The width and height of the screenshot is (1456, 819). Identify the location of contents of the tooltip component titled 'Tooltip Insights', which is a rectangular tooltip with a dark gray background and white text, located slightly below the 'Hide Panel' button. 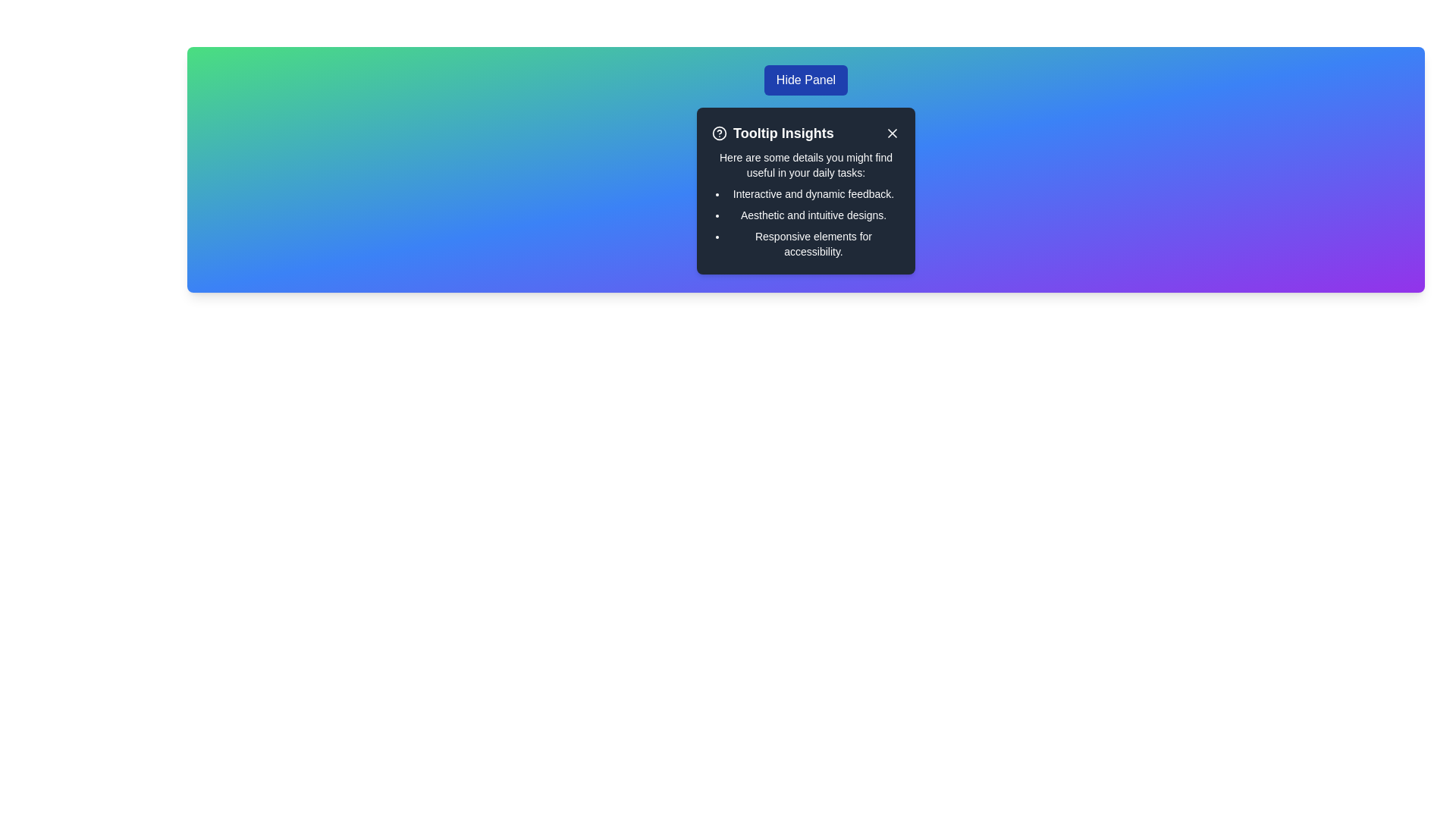
(805, 190).